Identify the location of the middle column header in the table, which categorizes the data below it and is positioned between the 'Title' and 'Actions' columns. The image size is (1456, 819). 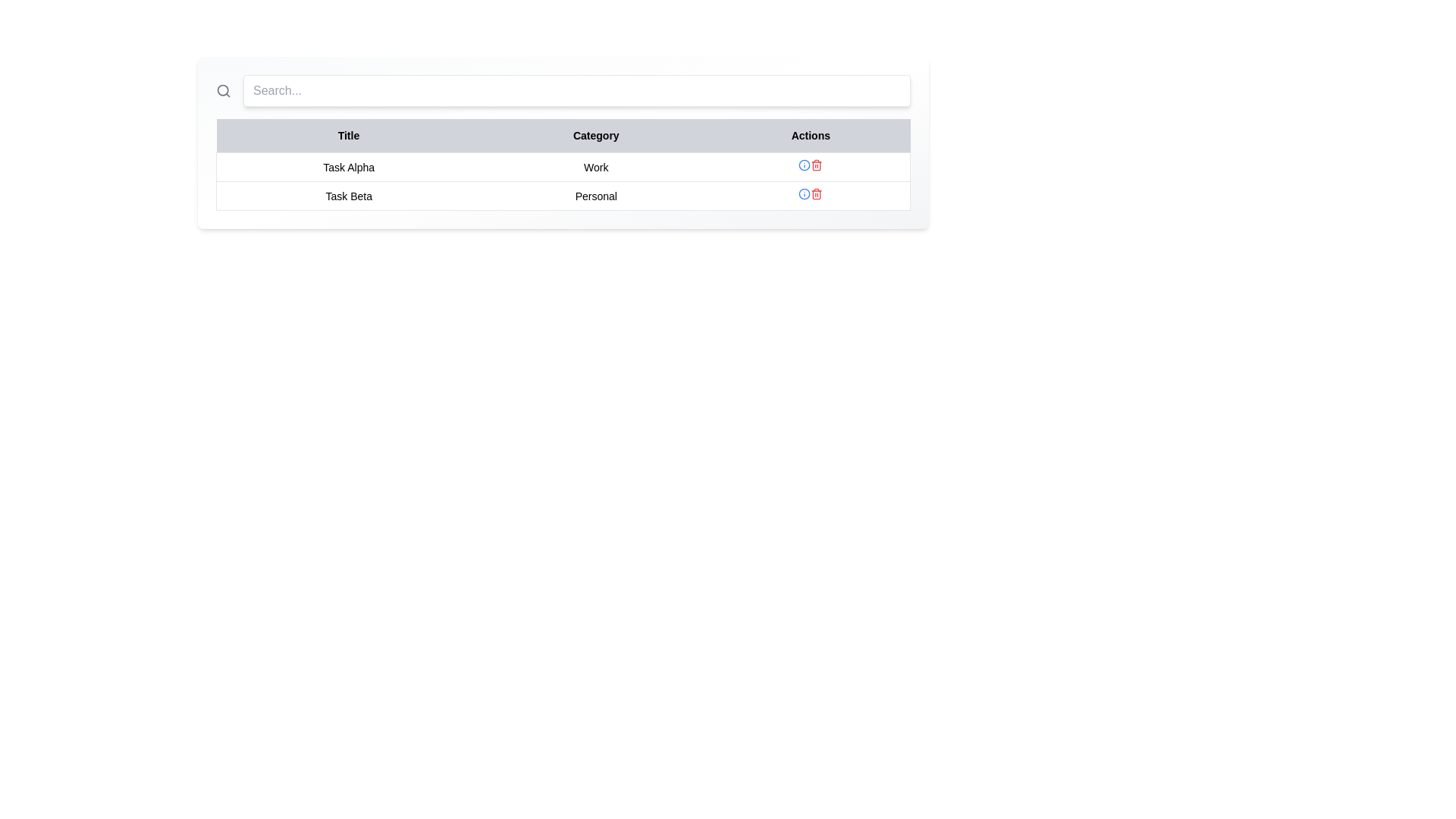
(595, 135).